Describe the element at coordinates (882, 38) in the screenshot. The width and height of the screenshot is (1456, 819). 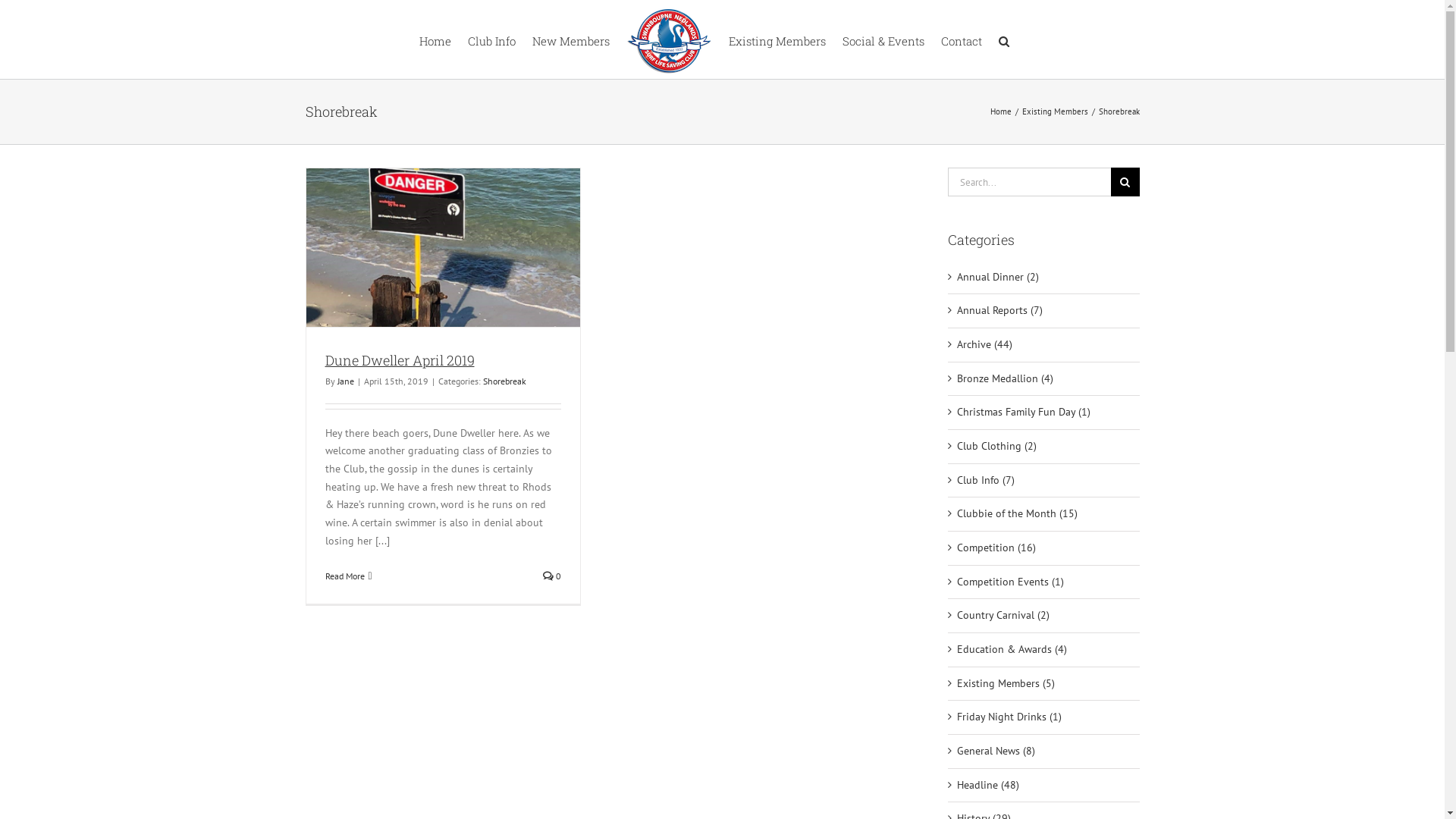
I see `'Social & Events'` at that location.